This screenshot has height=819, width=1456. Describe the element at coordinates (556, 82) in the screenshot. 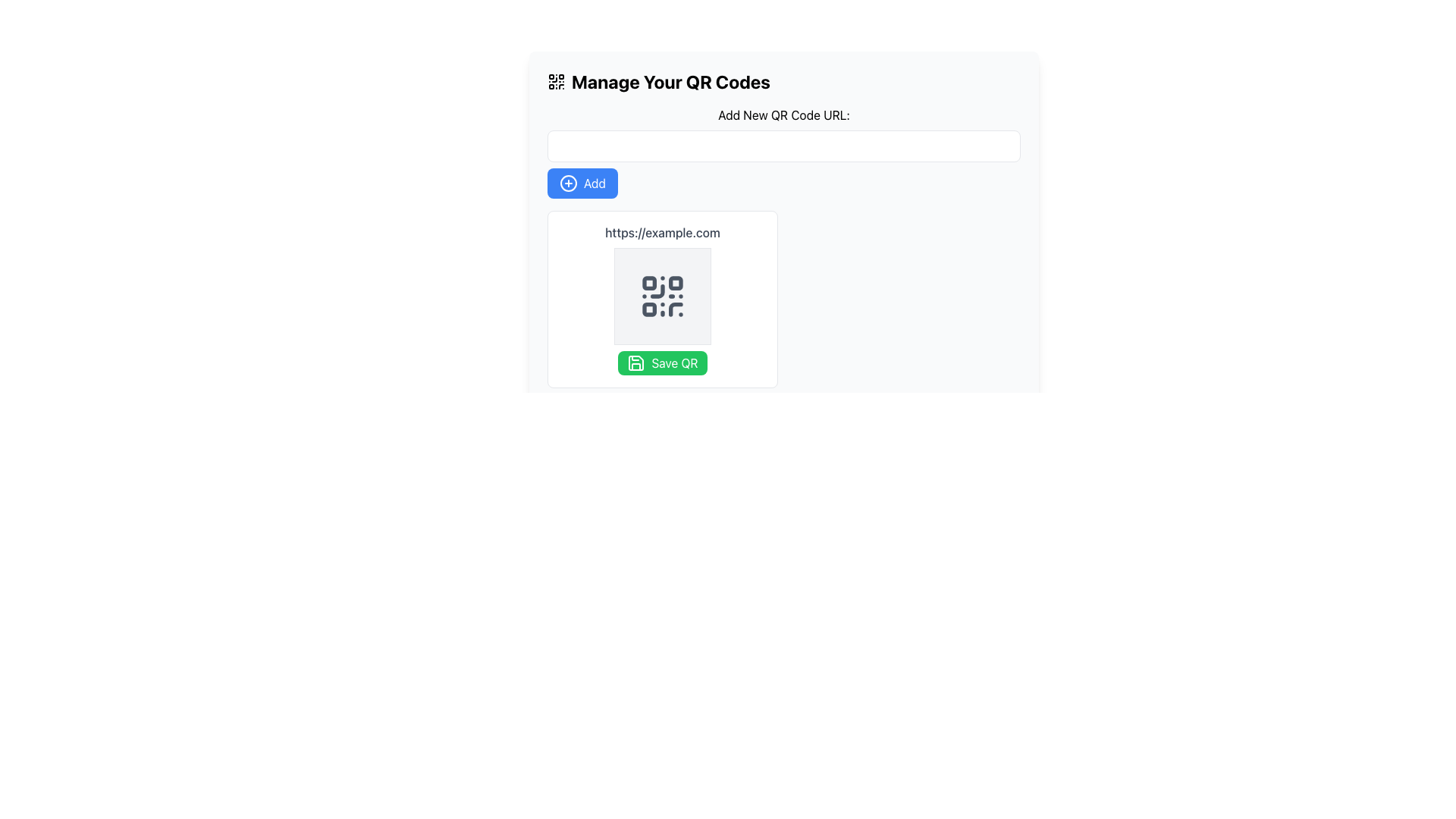

I see `the QR code icon that is styled with a minimalistic pattern and located at the top-left corner next to the 'Manage Your QR Codes' heading` at that location.